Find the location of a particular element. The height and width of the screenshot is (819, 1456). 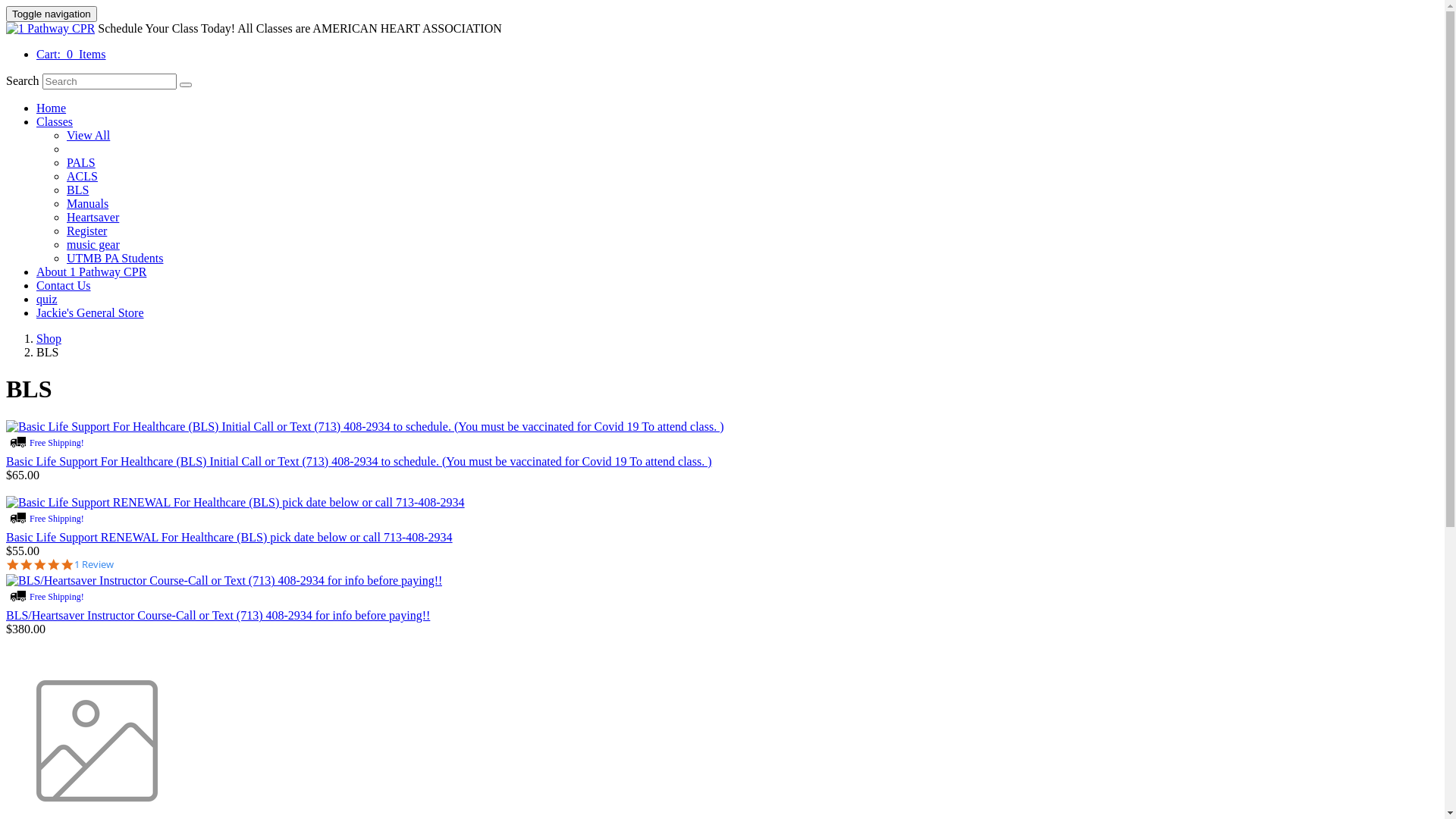

'PALS' is located at coordinates (80, 162).